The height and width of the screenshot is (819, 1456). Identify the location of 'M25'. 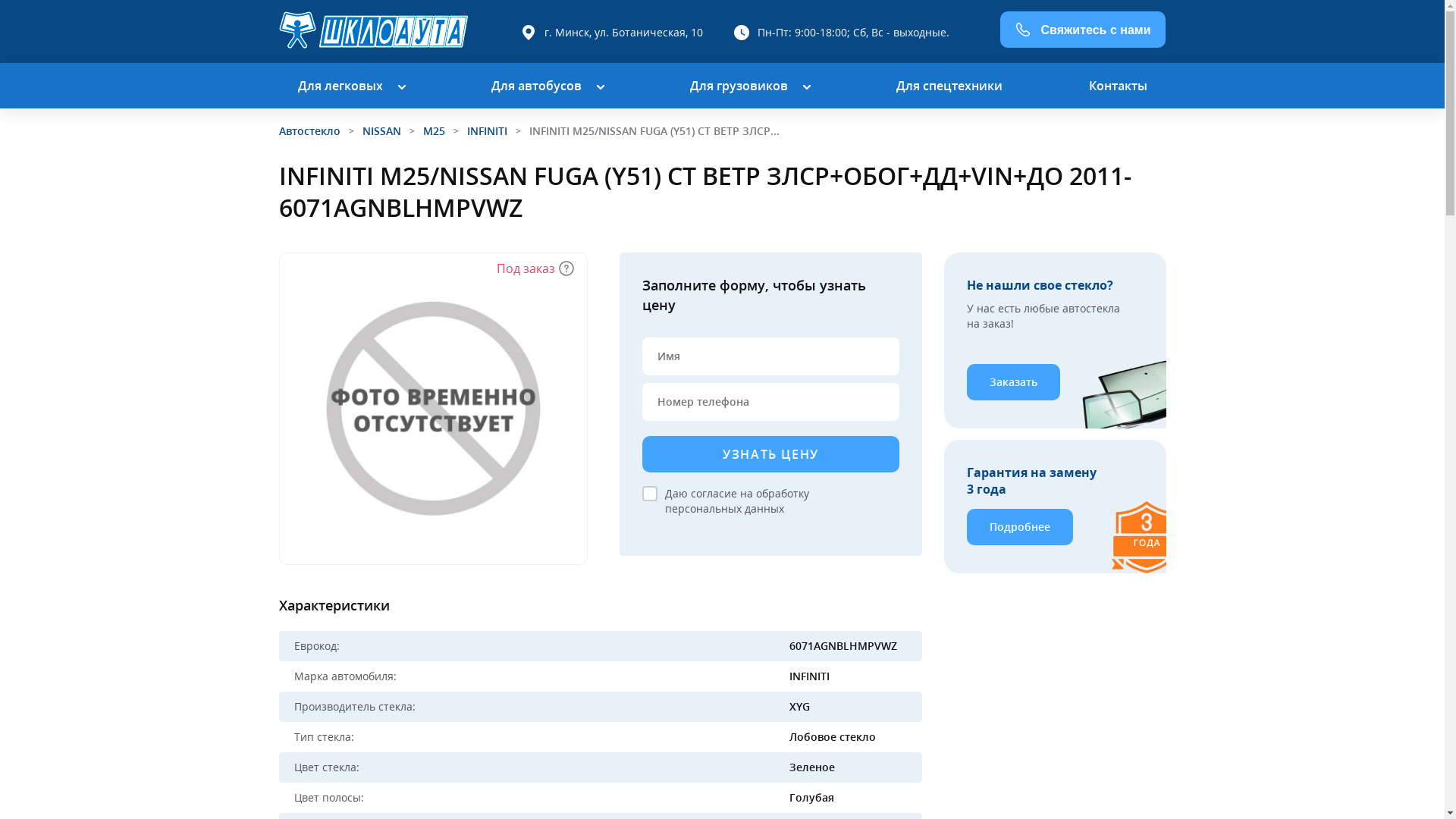
(422, 130).